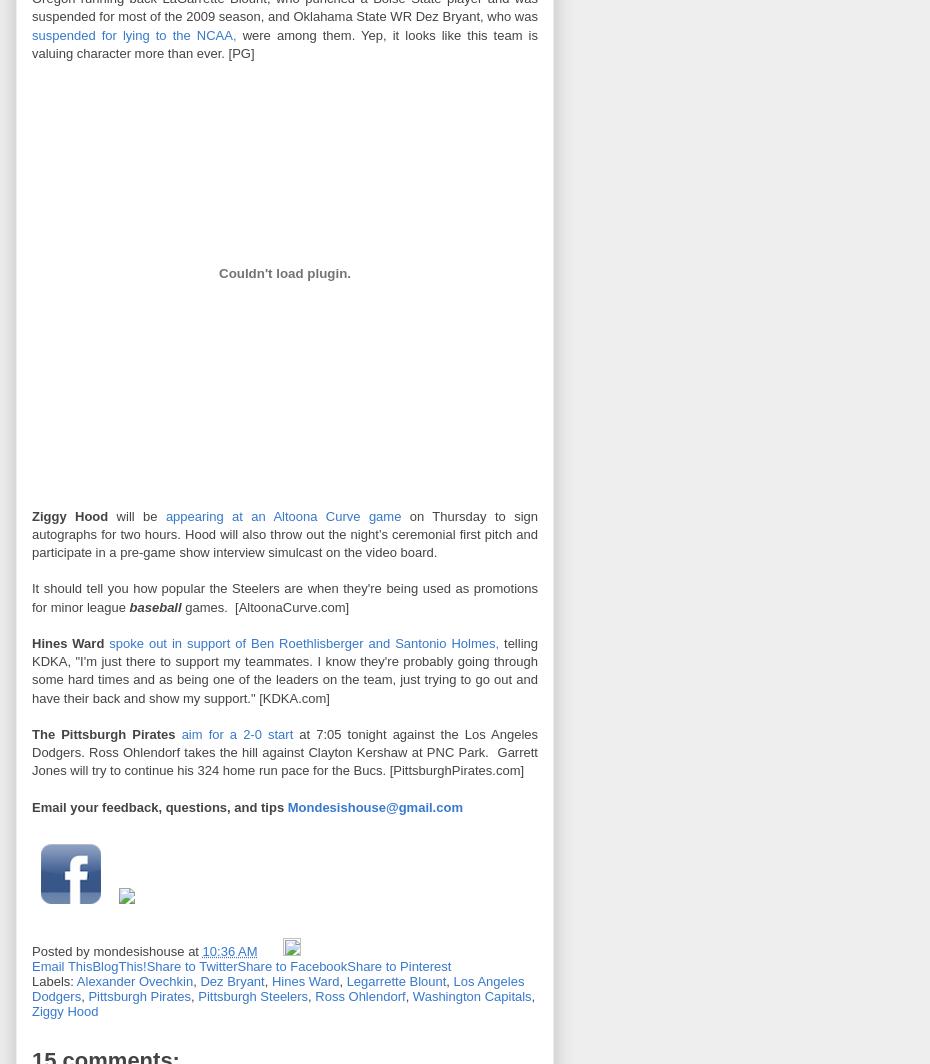 The height and width of the screenshot is (1064, 930). I want to click on 'on Thursday to sign autographs for two hours. Hood will also throw out the night’s ceremonial first pitch and participate in a  pre-game show interview simulcast on the video board.', so click(285, 534).